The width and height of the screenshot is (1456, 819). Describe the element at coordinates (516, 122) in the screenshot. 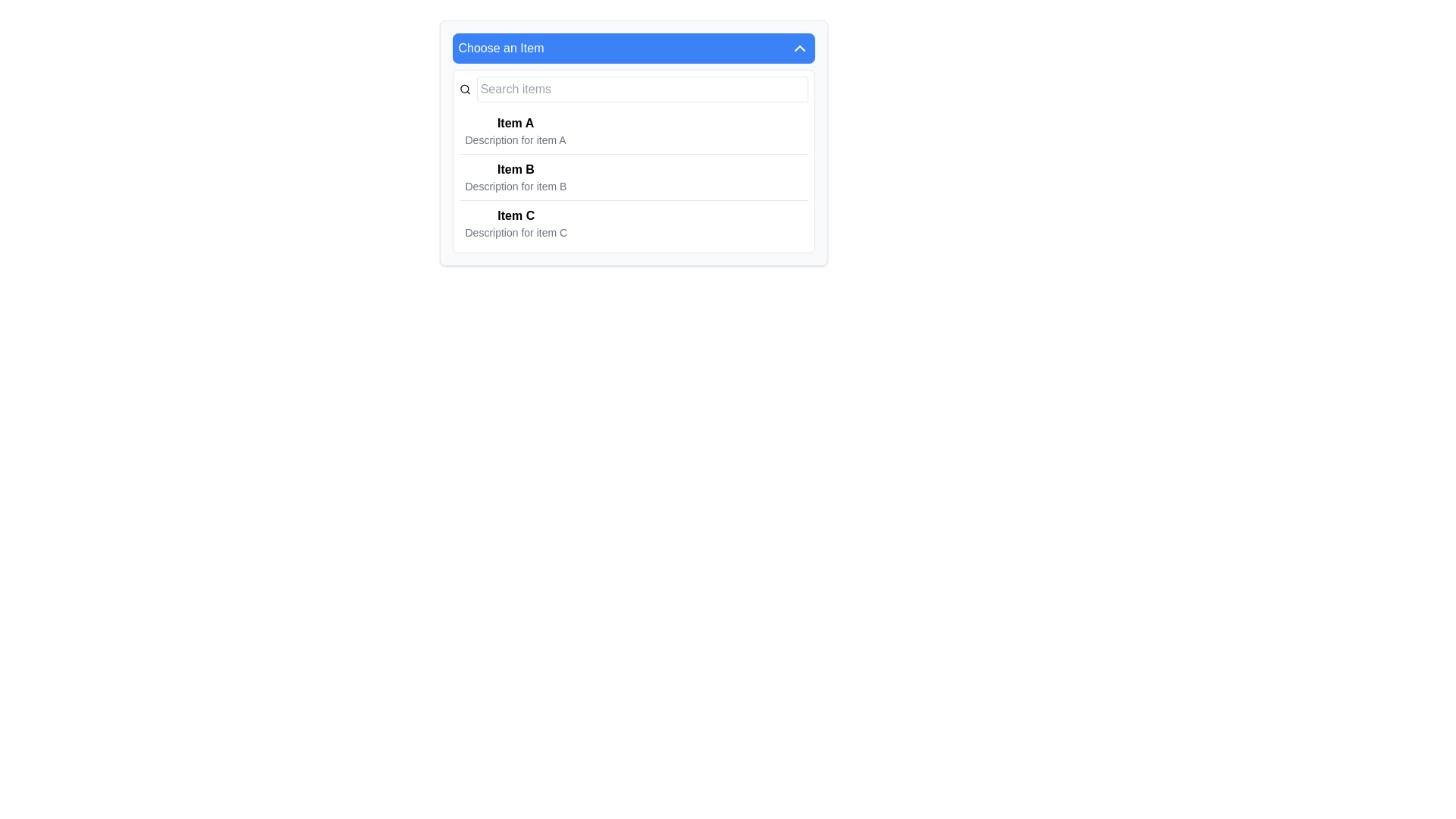

I see `the bolded text label at the top of the dropdown menu list, which serves as the title for the list item` at that location.